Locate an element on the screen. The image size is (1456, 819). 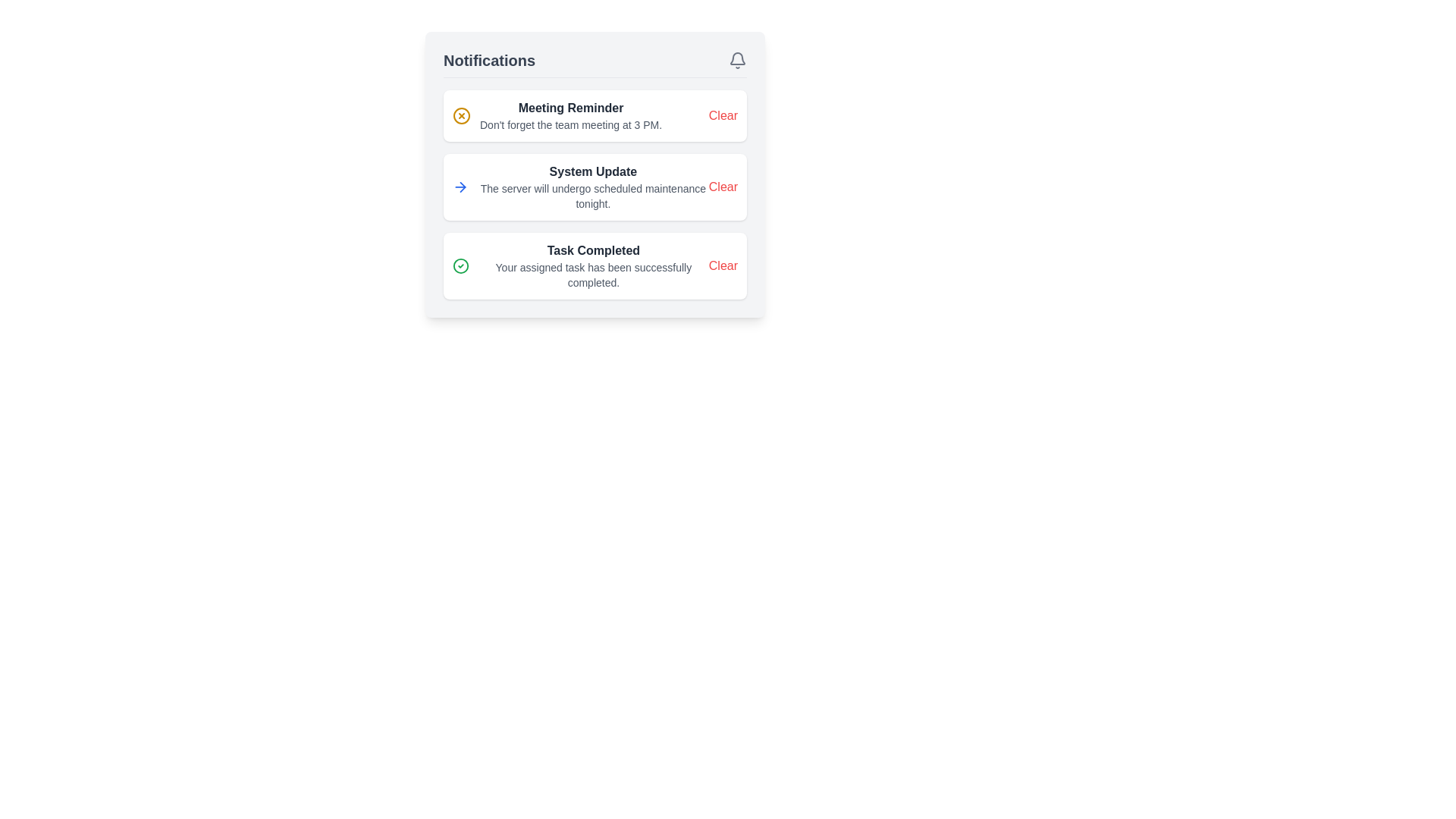
the 'Clear' button located at the extreme right of the notification card is located at coordinates (722, 186).